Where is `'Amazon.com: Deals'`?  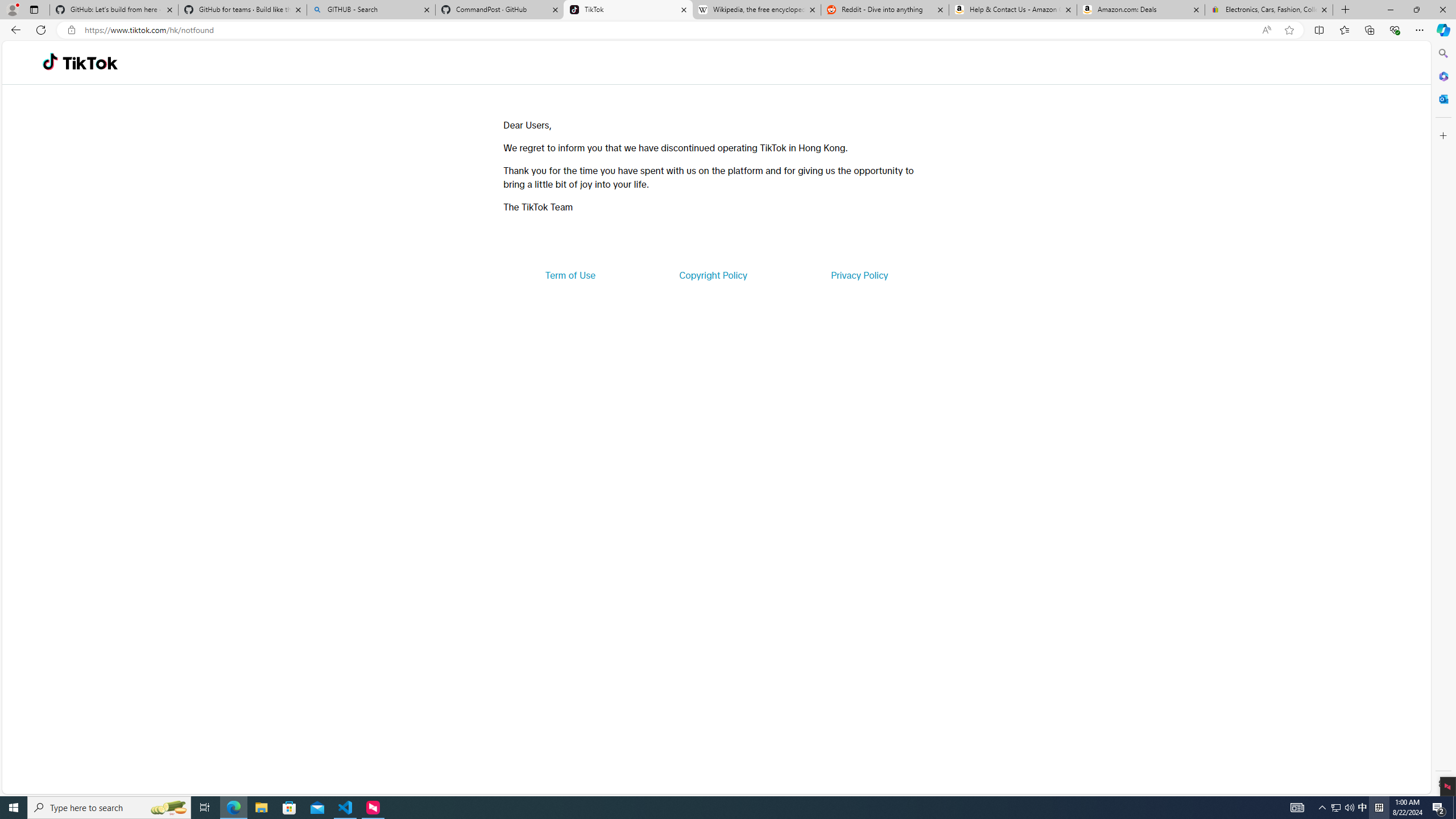
'Amazon.com: Deals' is located at coordinates (1140, 9).